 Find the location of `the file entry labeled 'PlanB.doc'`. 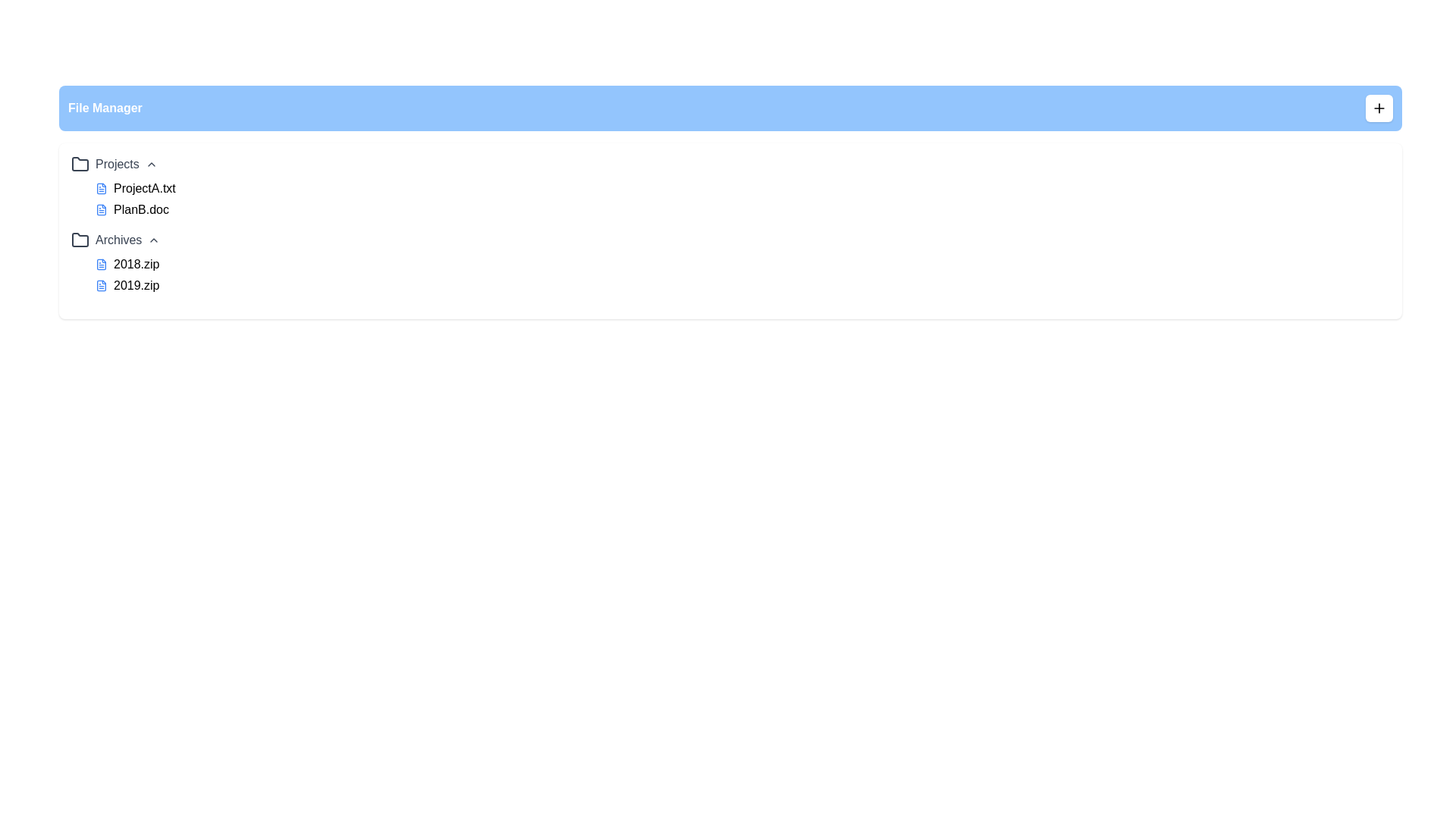

the file entry labeled 'PlanB.doc' is located at coordinates (141, 210).